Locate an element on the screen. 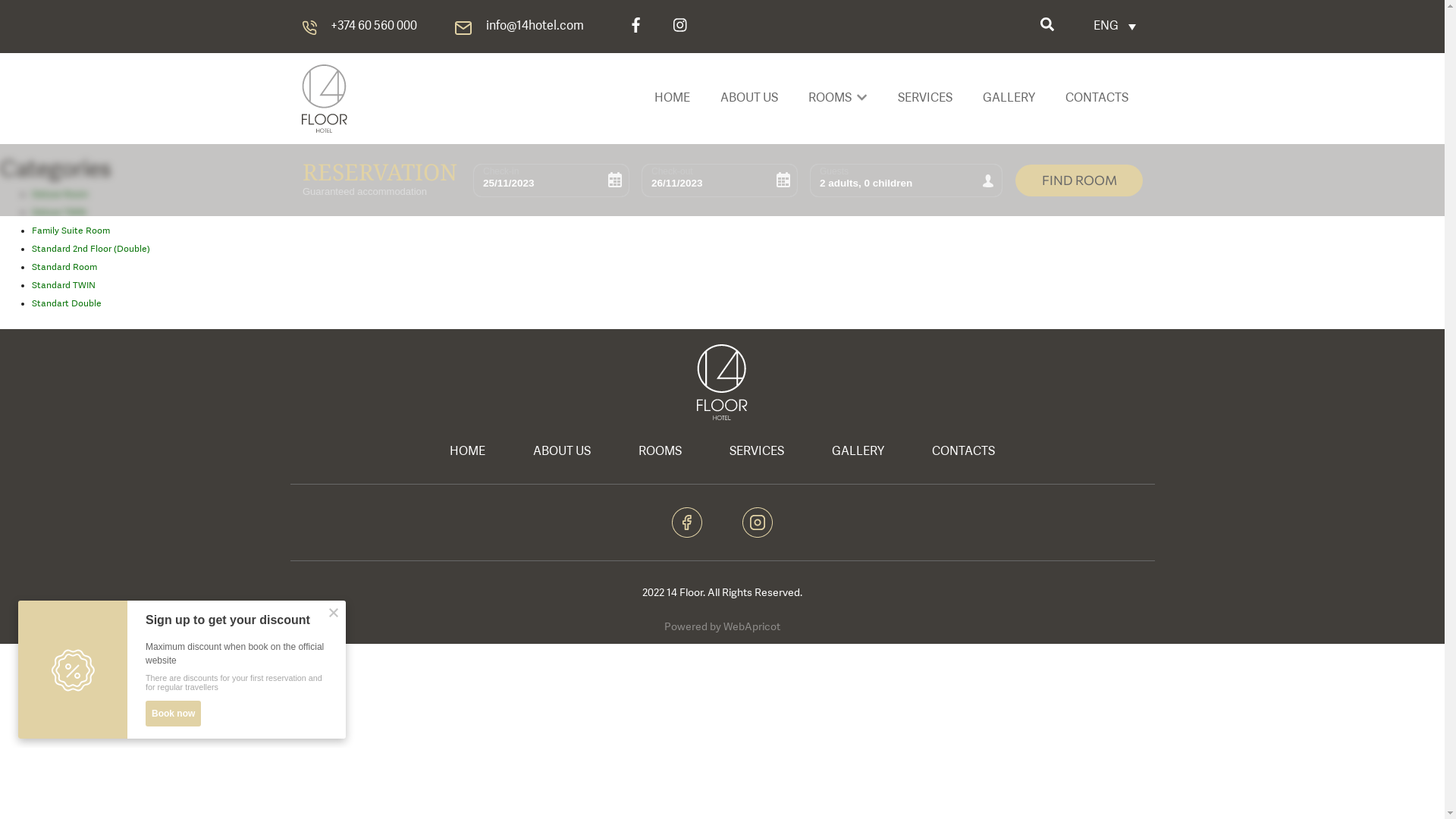 The image size is (1456, 819). 'Standard Room' is located at coordinates (32, 267).